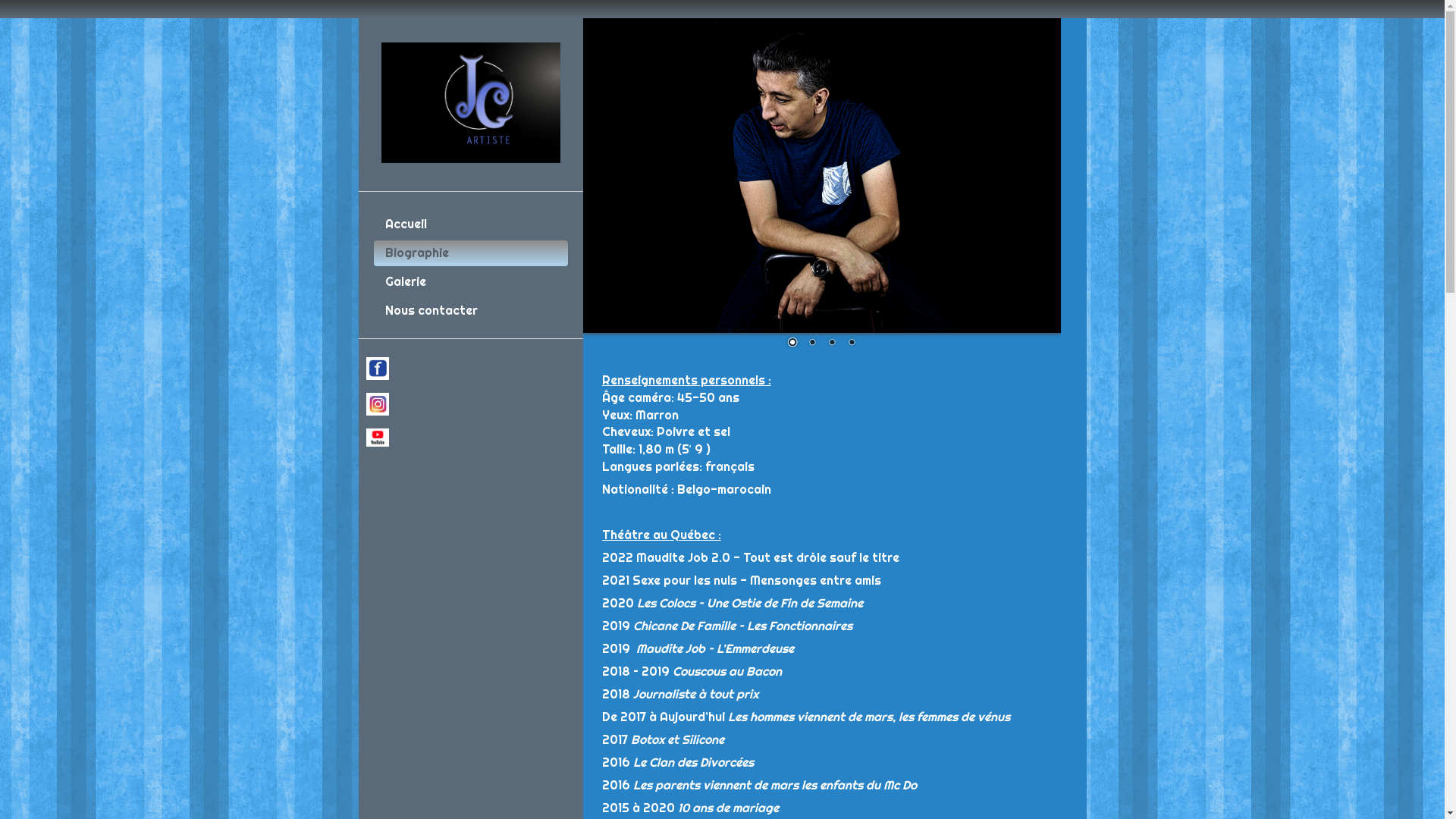 The width and height of the screenshot is (1456, 819). Describe the element at coordinates (852, 343) in the screenshot. I see `'4'` at that location.